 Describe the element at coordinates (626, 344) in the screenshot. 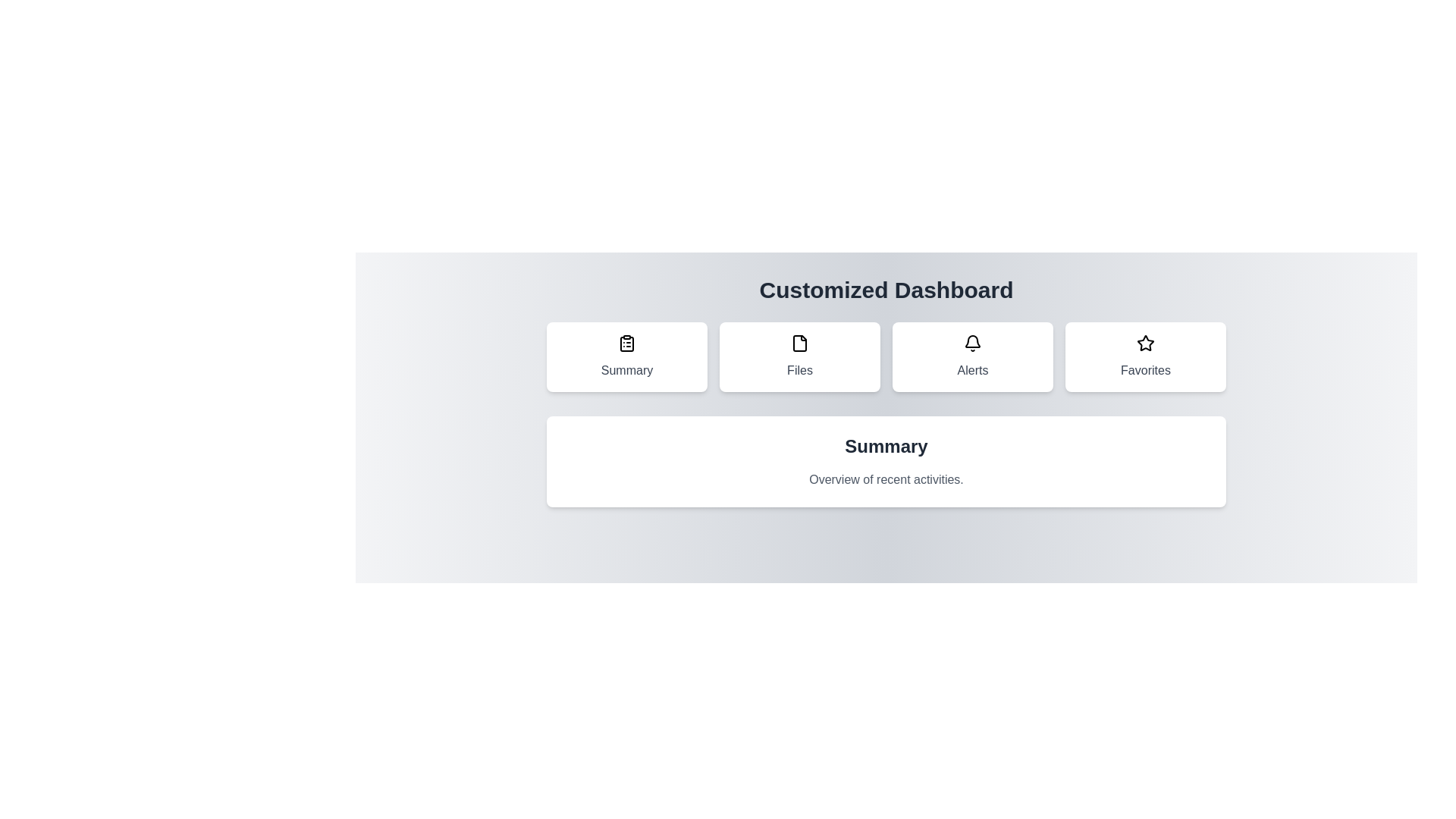

I see `the vertical rectangle icon resembling a clipboard with a list, located in the leftmost button of the top row` at that location.